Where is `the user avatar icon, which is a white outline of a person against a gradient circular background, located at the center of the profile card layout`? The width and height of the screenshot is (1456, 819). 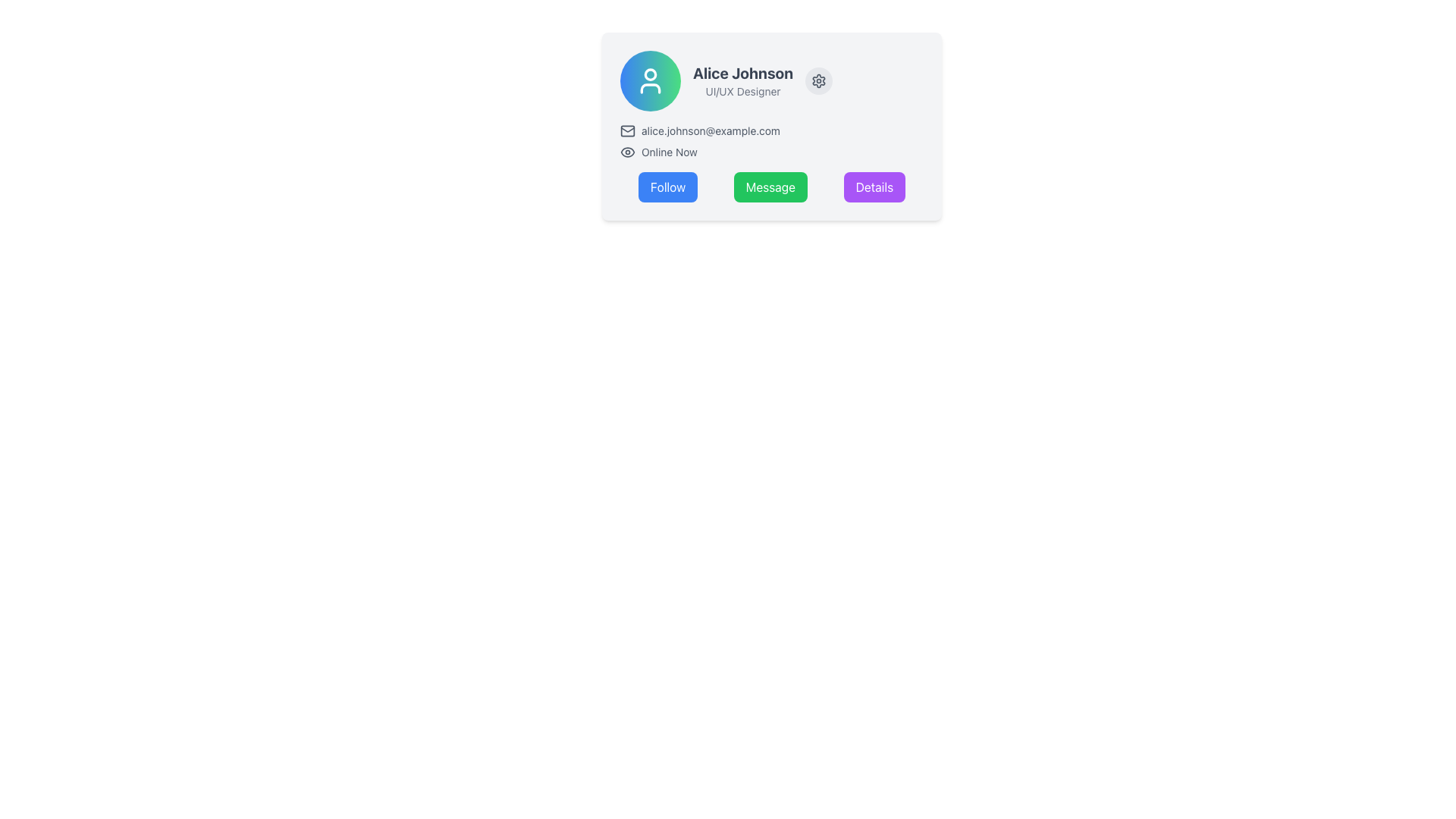 the user avatar icon, which is a white outline of a person against a gradient circular background, located at the center of the profile card layout is located at coordinates (651, 81).